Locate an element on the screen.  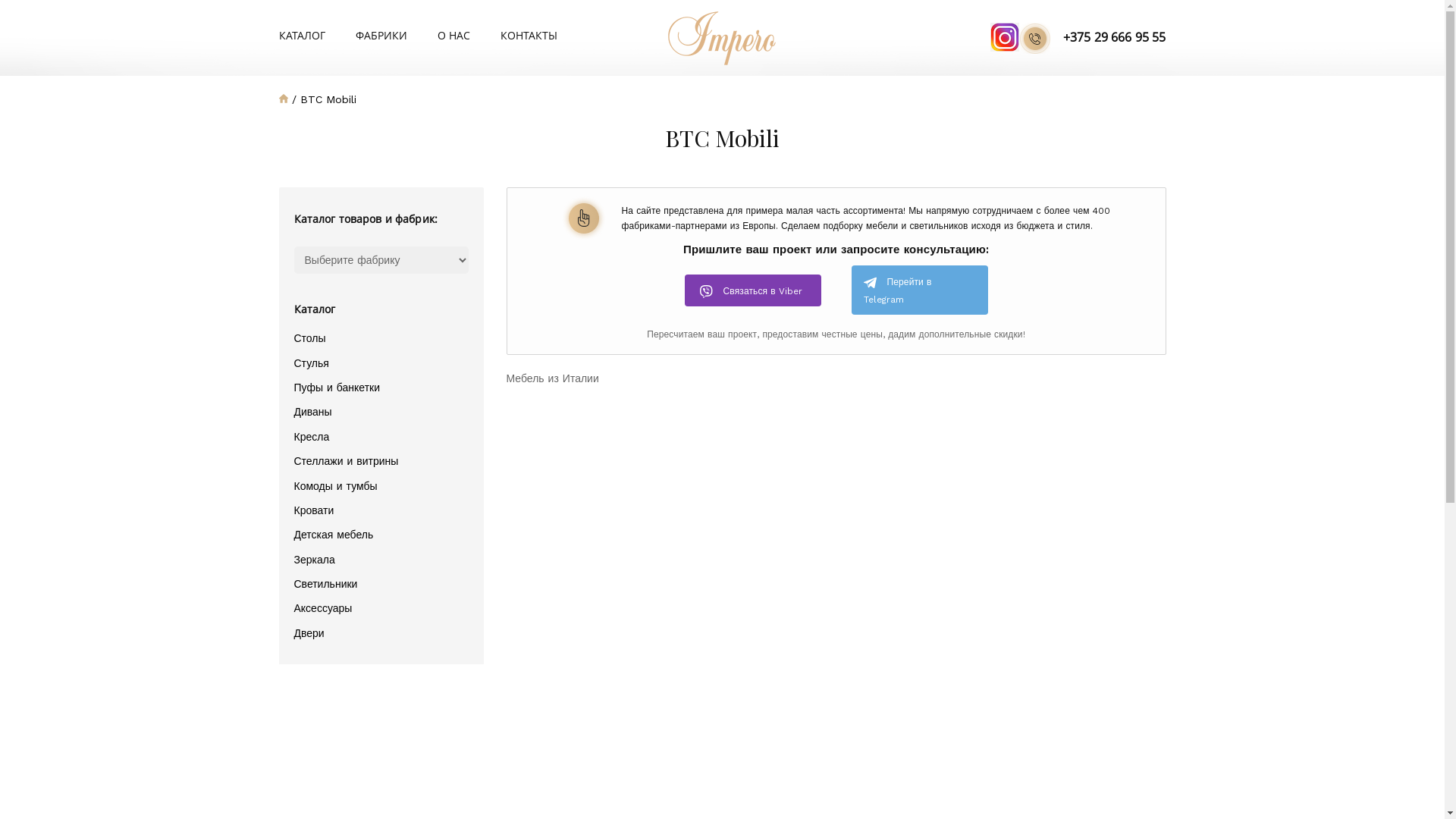
'+375 29 666 95 55' is located at coordinates (1092, 37).